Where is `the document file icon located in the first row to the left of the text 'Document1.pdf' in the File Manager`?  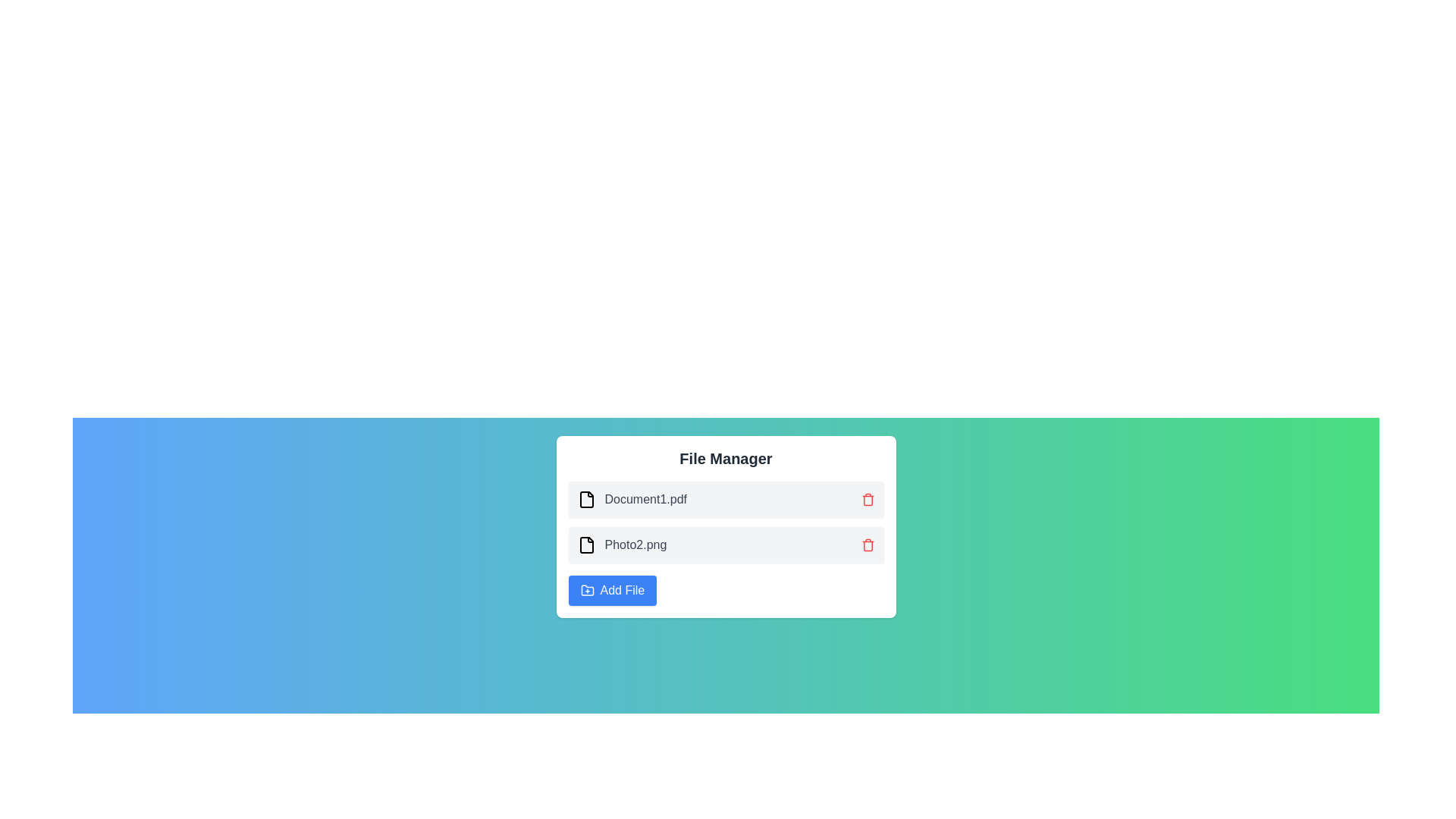
the document file icon located in the first row to the left of the text 'Document1.pdf' in the File Manager is located at coordinates (585, 500).